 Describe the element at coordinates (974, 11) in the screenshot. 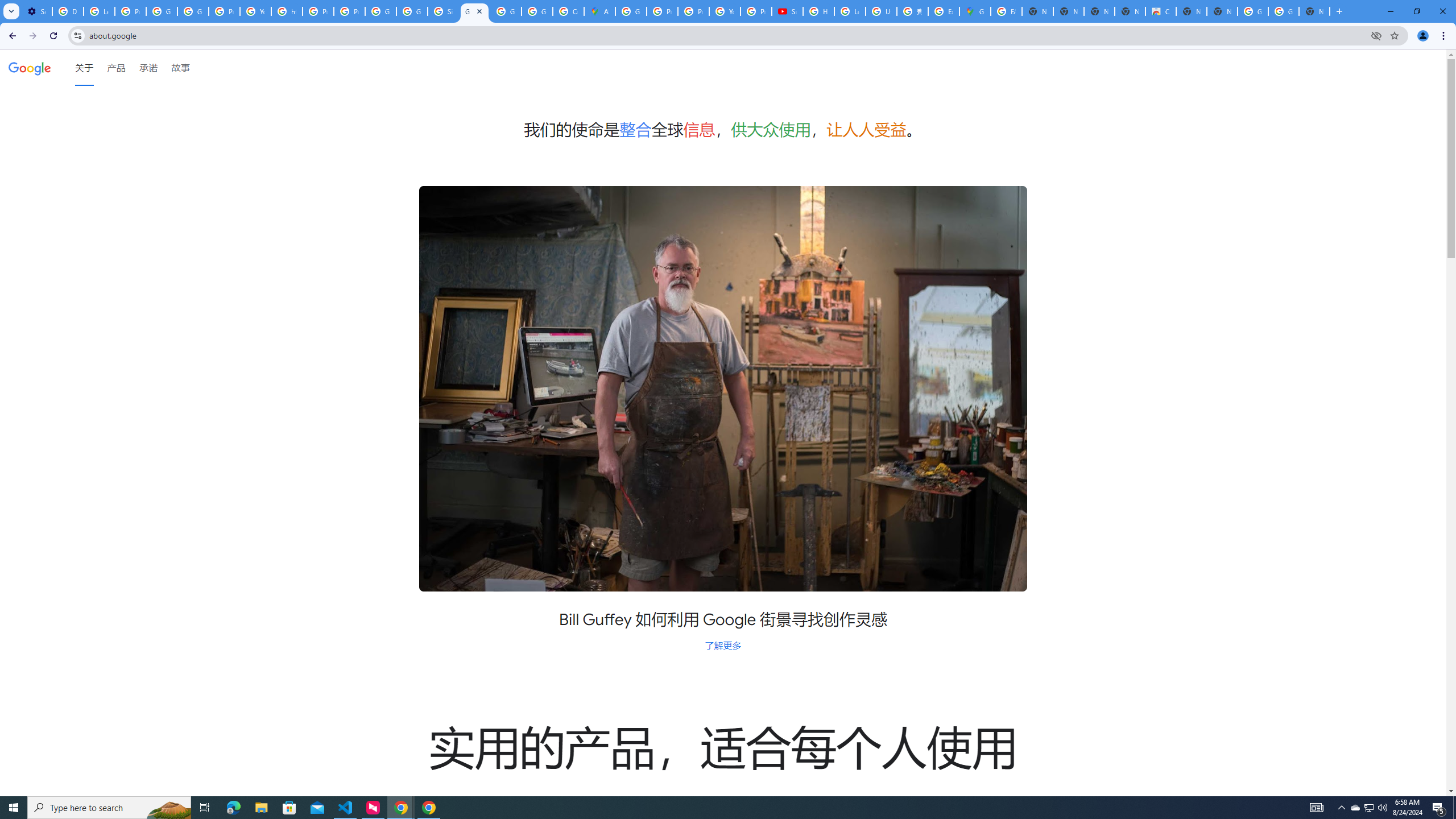

I see `'Google Maps'` at that location.